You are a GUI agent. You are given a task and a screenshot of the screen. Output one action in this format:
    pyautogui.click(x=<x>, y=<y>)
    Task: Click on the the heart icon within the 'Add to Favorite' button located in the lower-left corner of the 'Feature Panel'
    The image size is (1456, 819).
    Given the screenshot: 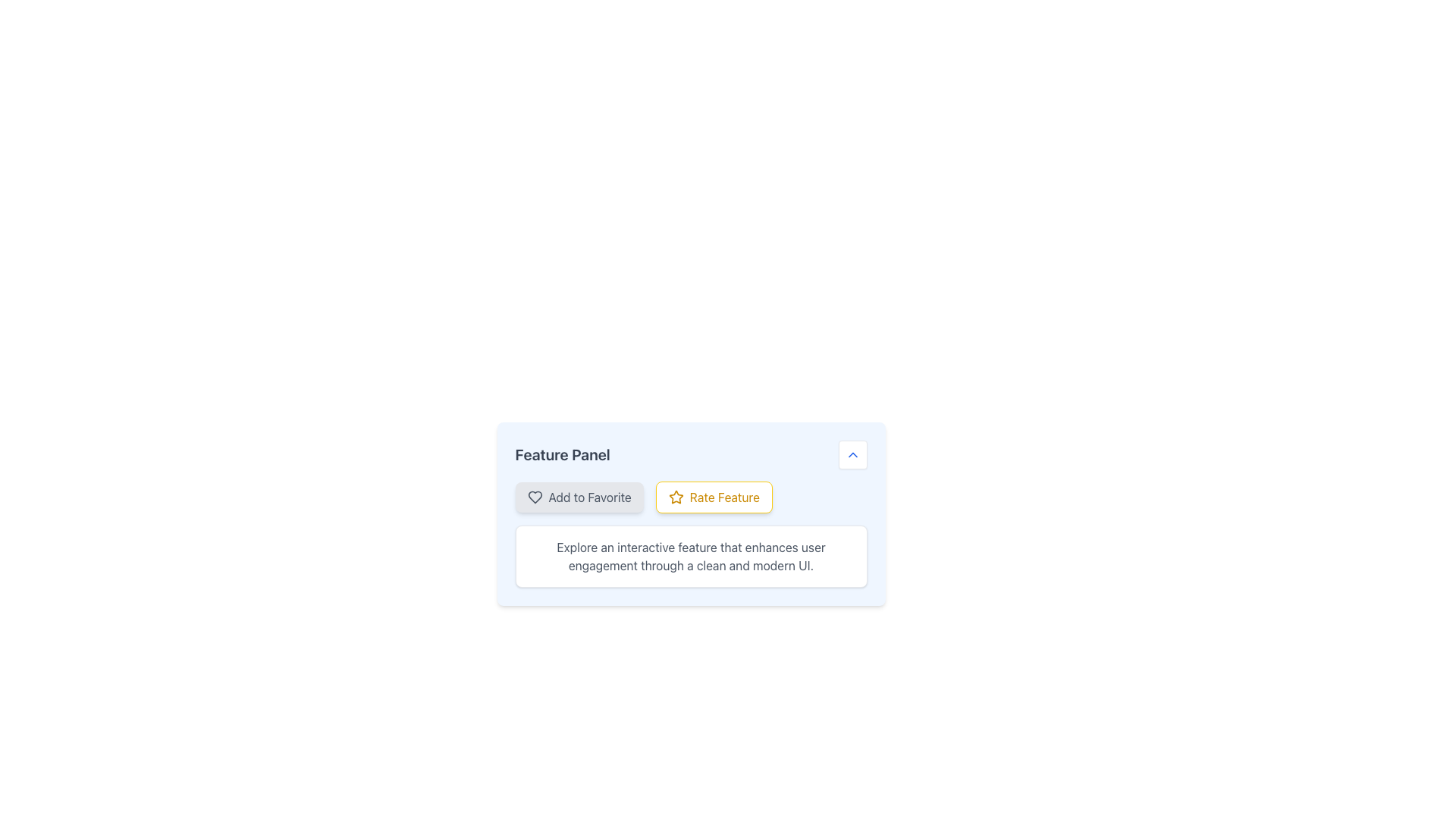 What is the action you would take?
    pyautogui.click(x=535, y=497)
    